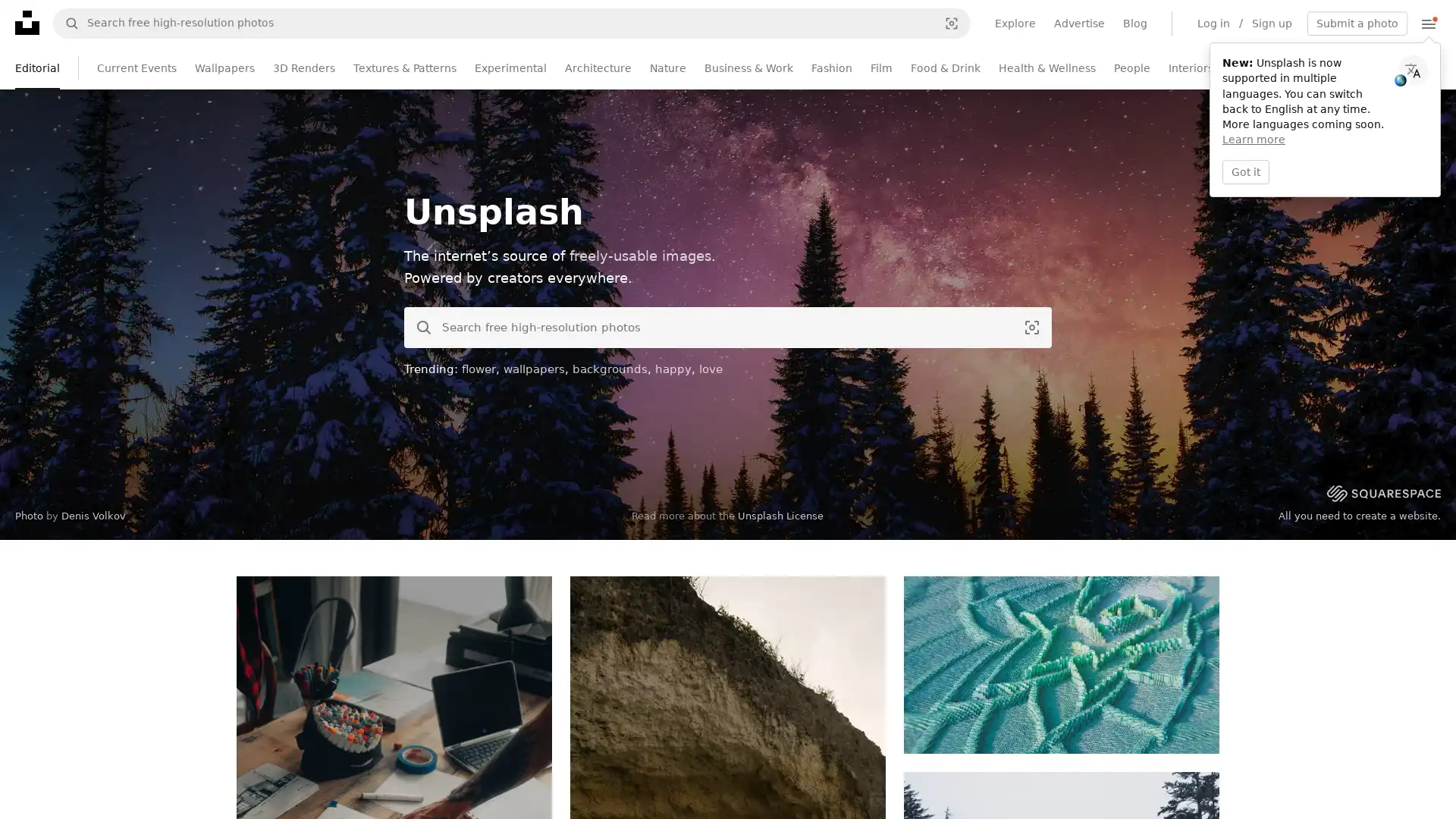 The image size is (1456, 819). I want to click on Got it, so click(1245, 171).